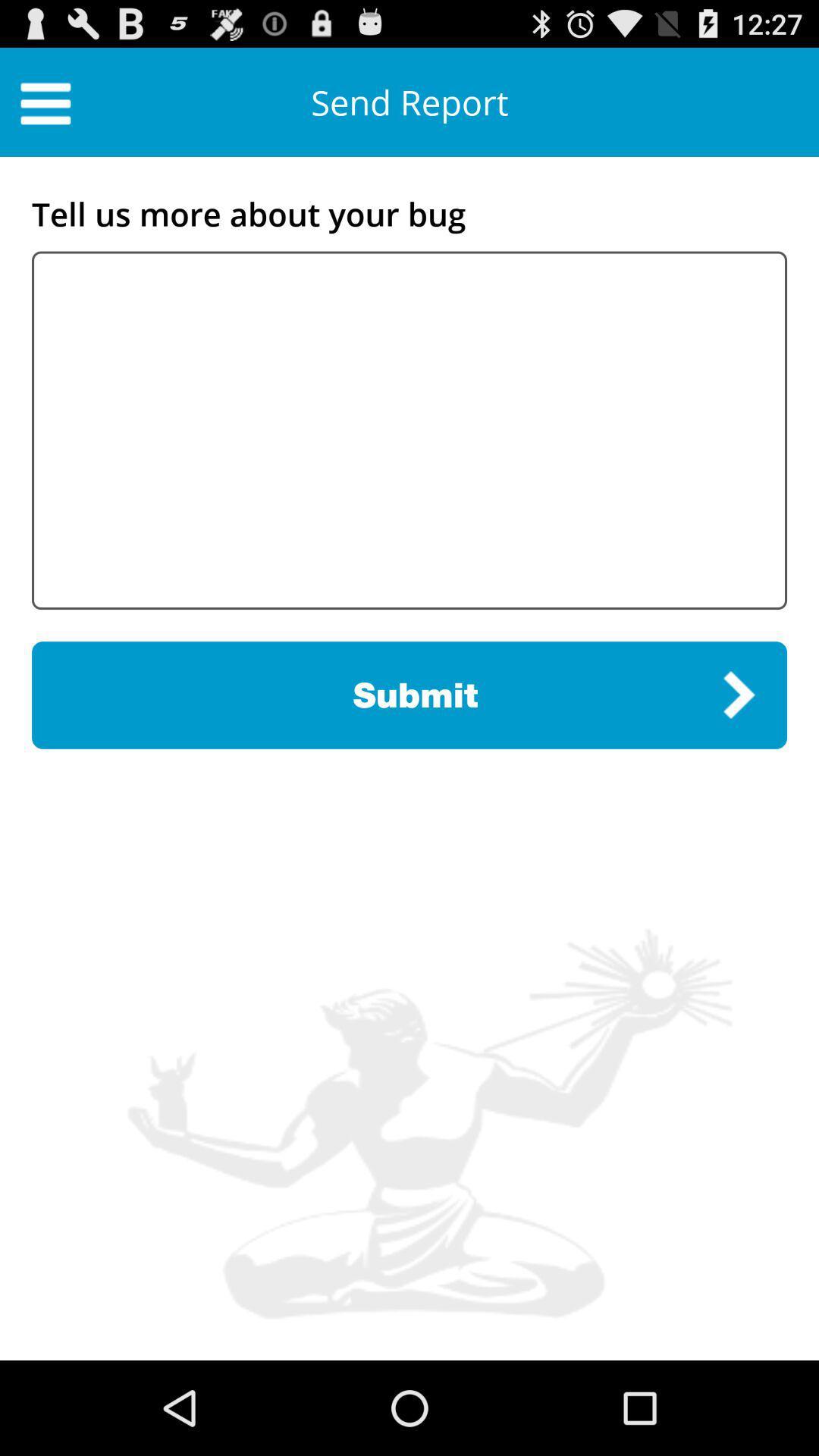  What do you see at coordinates (409, 694) in the screenshot?
I see `the submit item` at bounding box center [409, 694].